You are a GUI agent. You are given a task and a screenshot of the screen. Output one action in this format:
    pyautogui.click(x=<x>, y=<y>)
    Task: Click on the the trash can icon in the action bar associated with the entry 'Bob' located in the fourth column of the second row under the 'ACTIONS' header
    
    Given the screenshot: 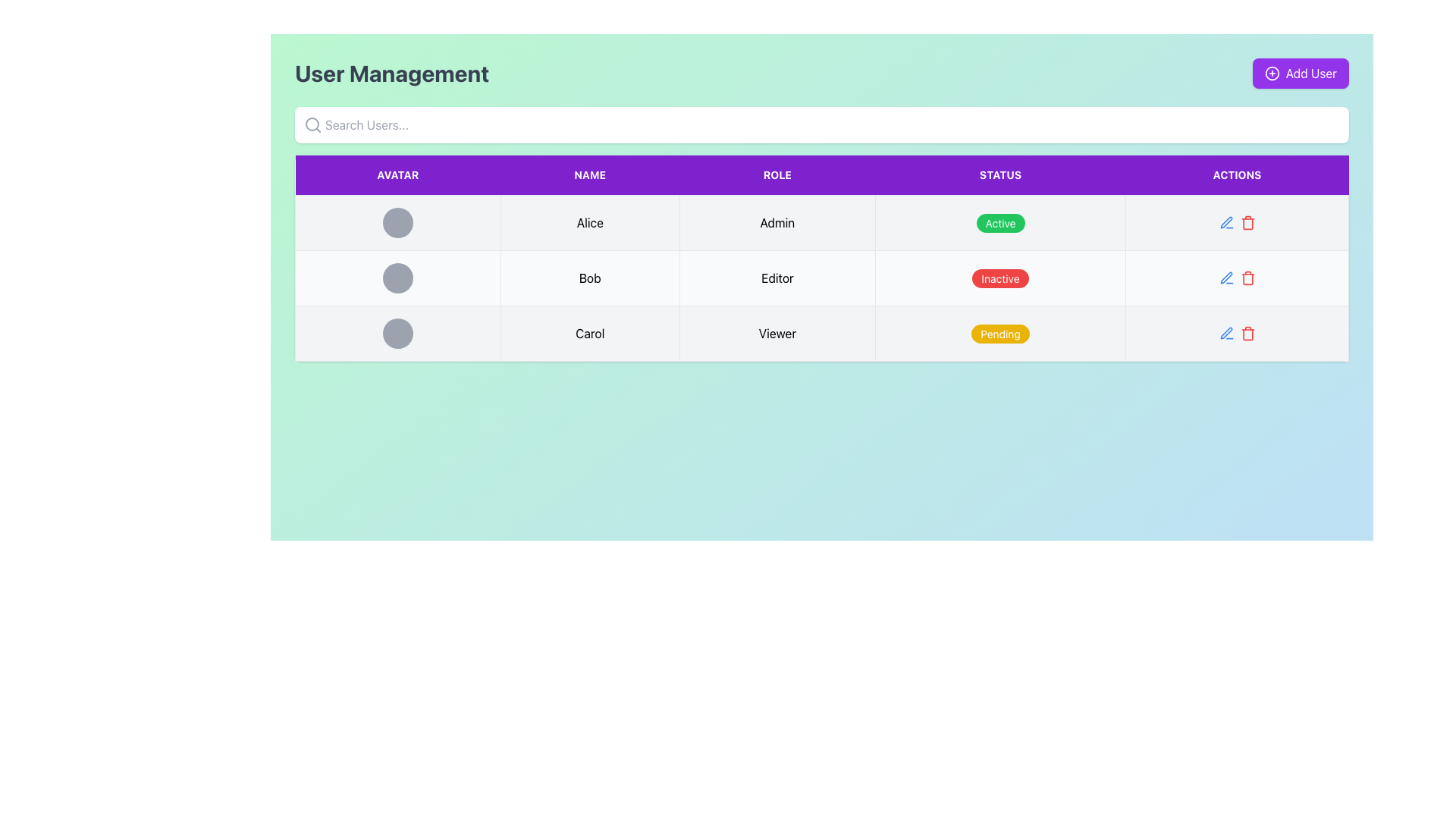 What is the action you would take?
    pyautogui.click(x=1237, y=278)
    